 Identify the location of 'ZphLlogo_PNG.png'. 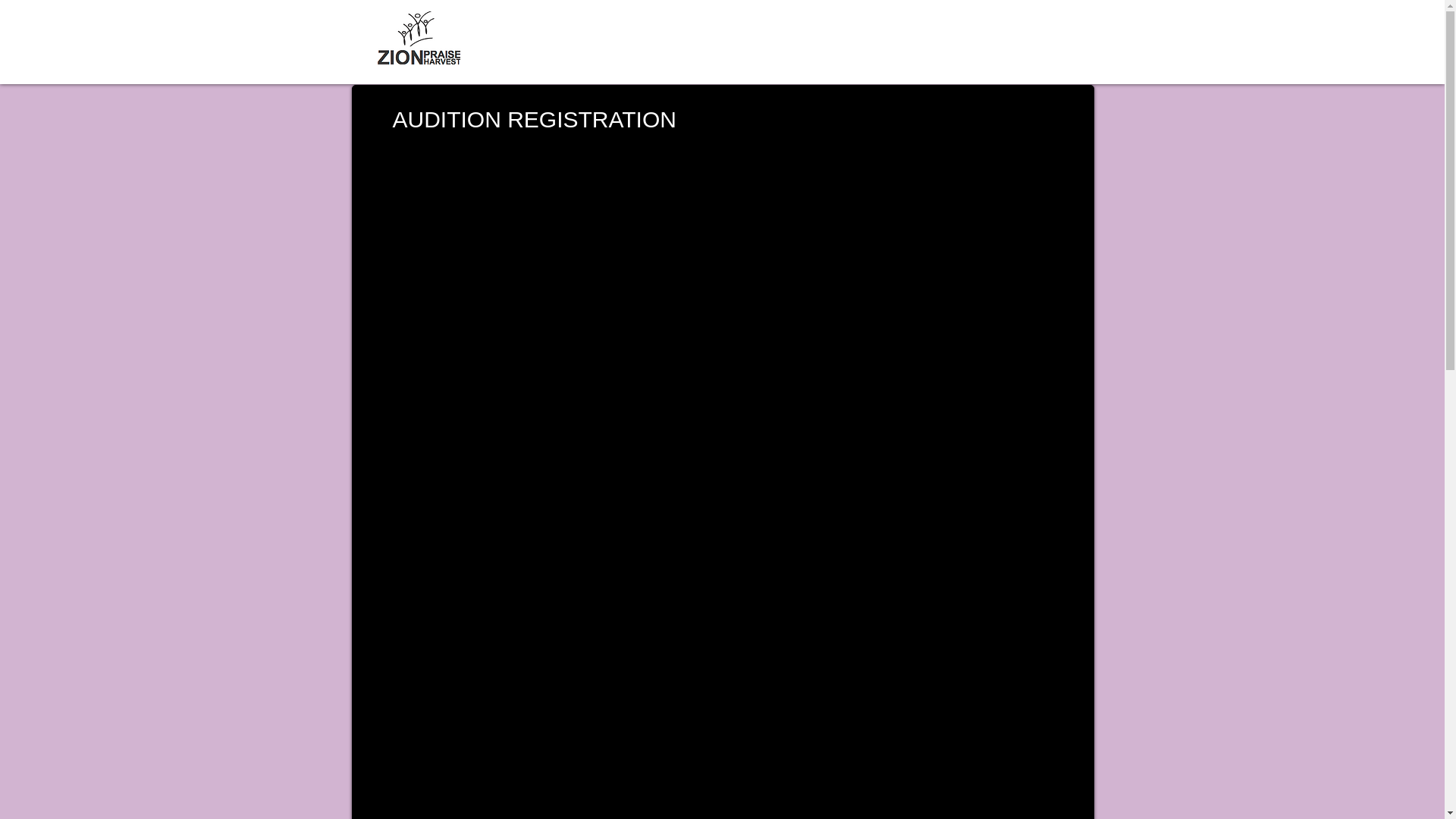
(419, 37).